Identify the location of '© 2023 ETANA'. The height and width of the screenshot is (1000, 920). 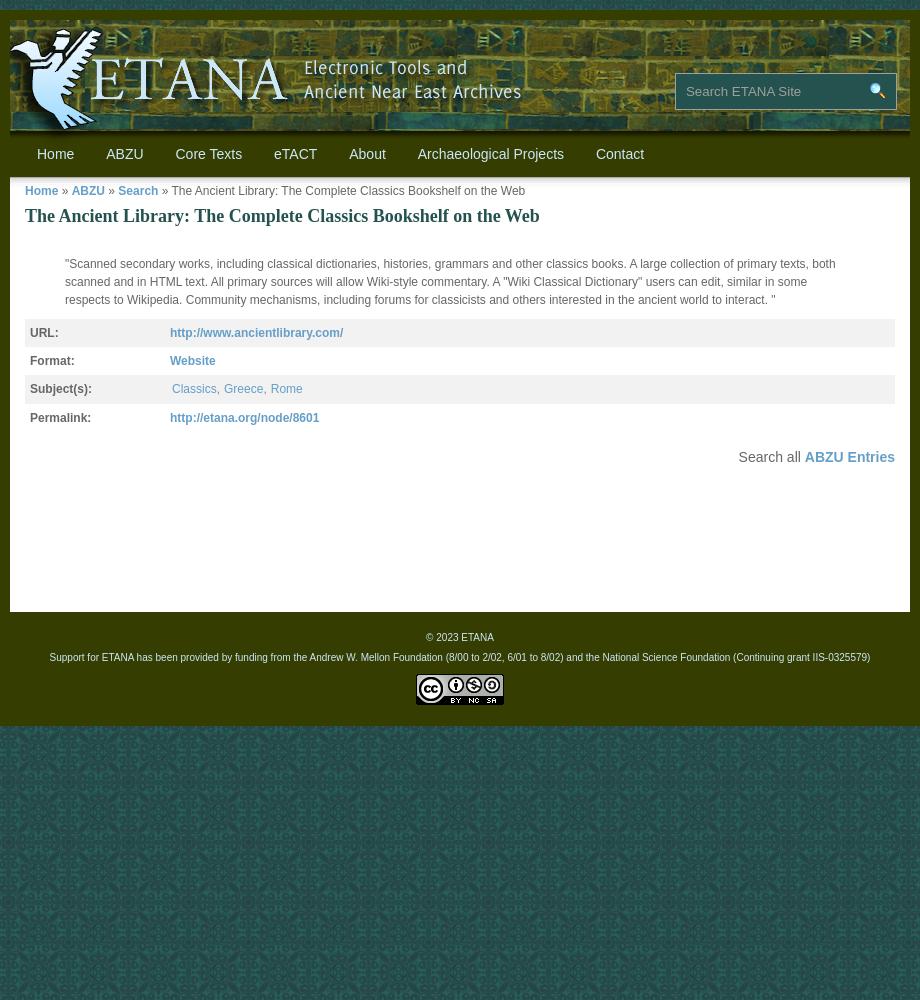
(458, 637).